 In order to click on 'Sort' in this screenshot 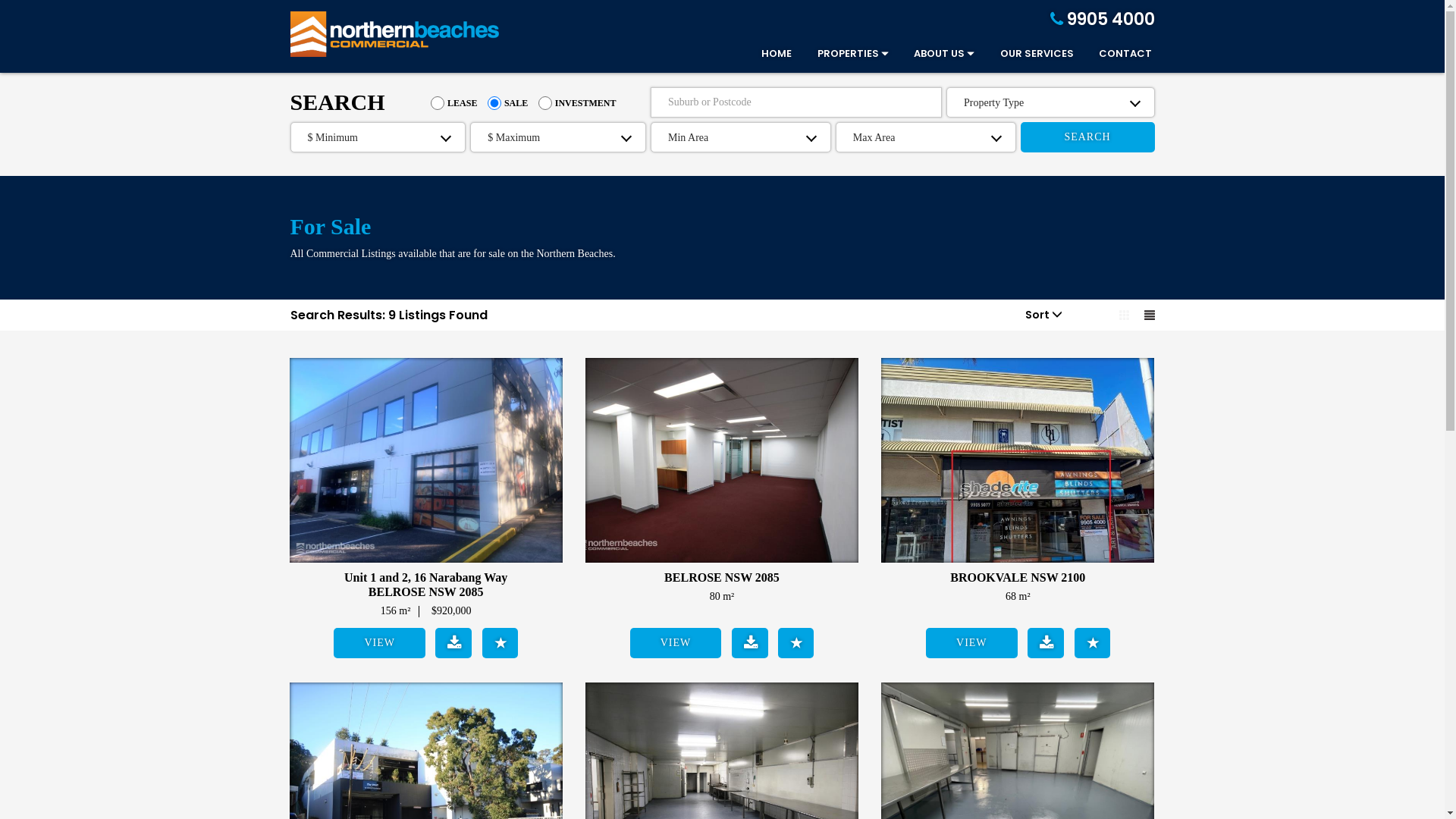, I will do `click(1043, 314)`.